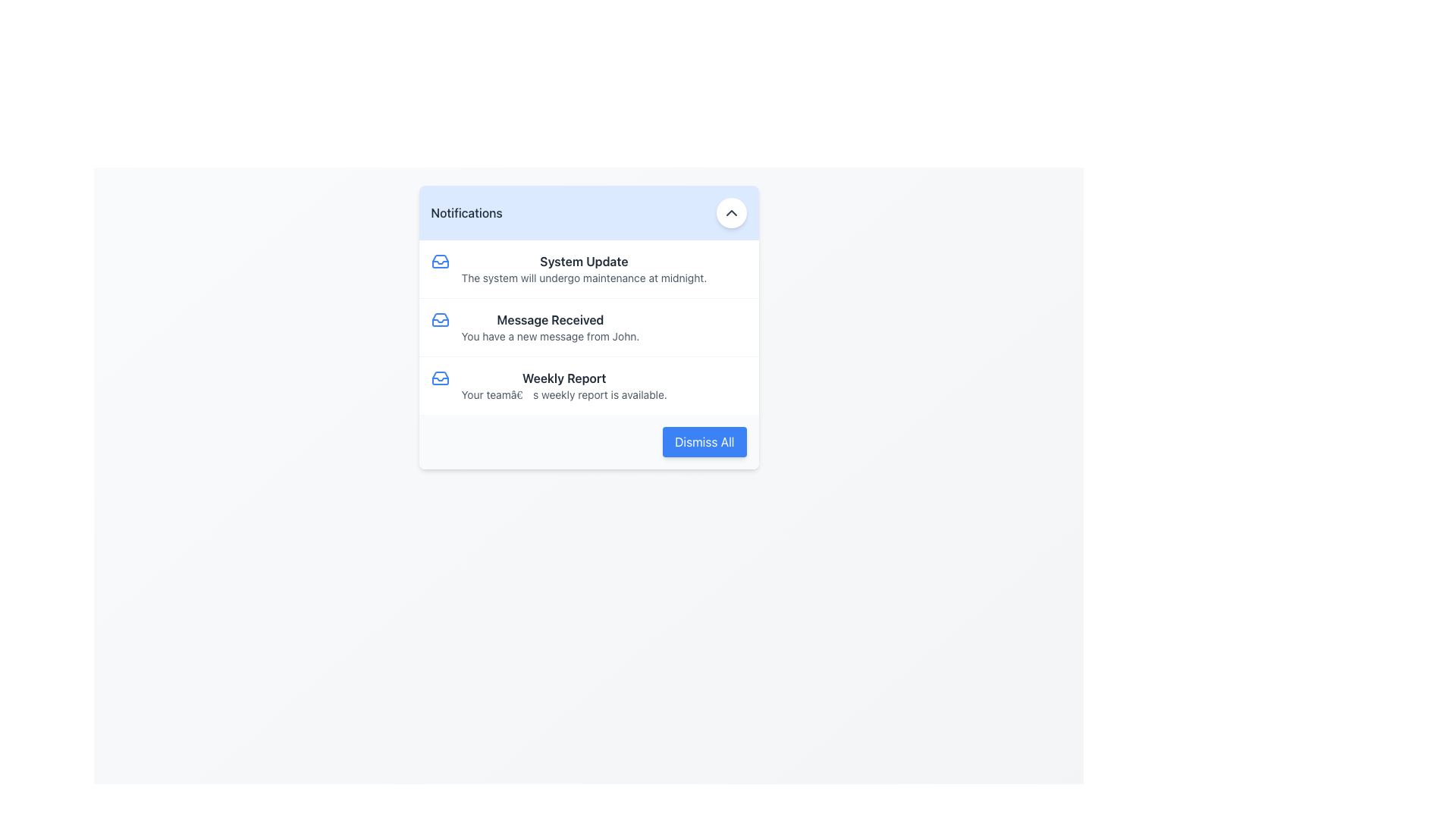 This screenshot has height=819, width=1456. Describe the element at coordinates (549, 335) in the screenshot. I see `text element providing details about the notification titled 'Message Received', which is positioned beneath the title text within the notification card` at that location.